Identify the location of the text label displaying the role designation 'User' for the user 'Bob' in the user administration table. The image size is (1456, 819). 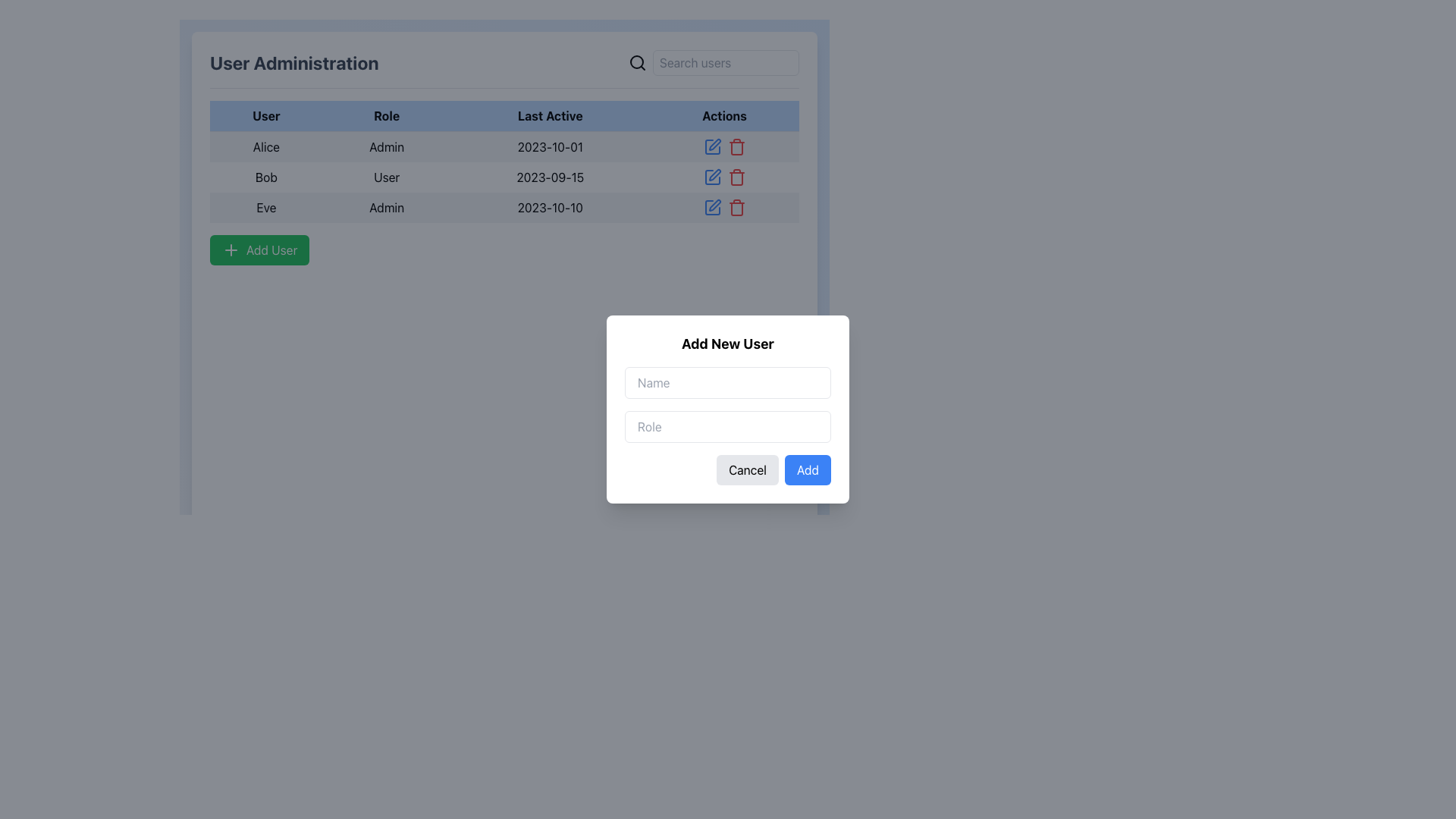
(387, 177).